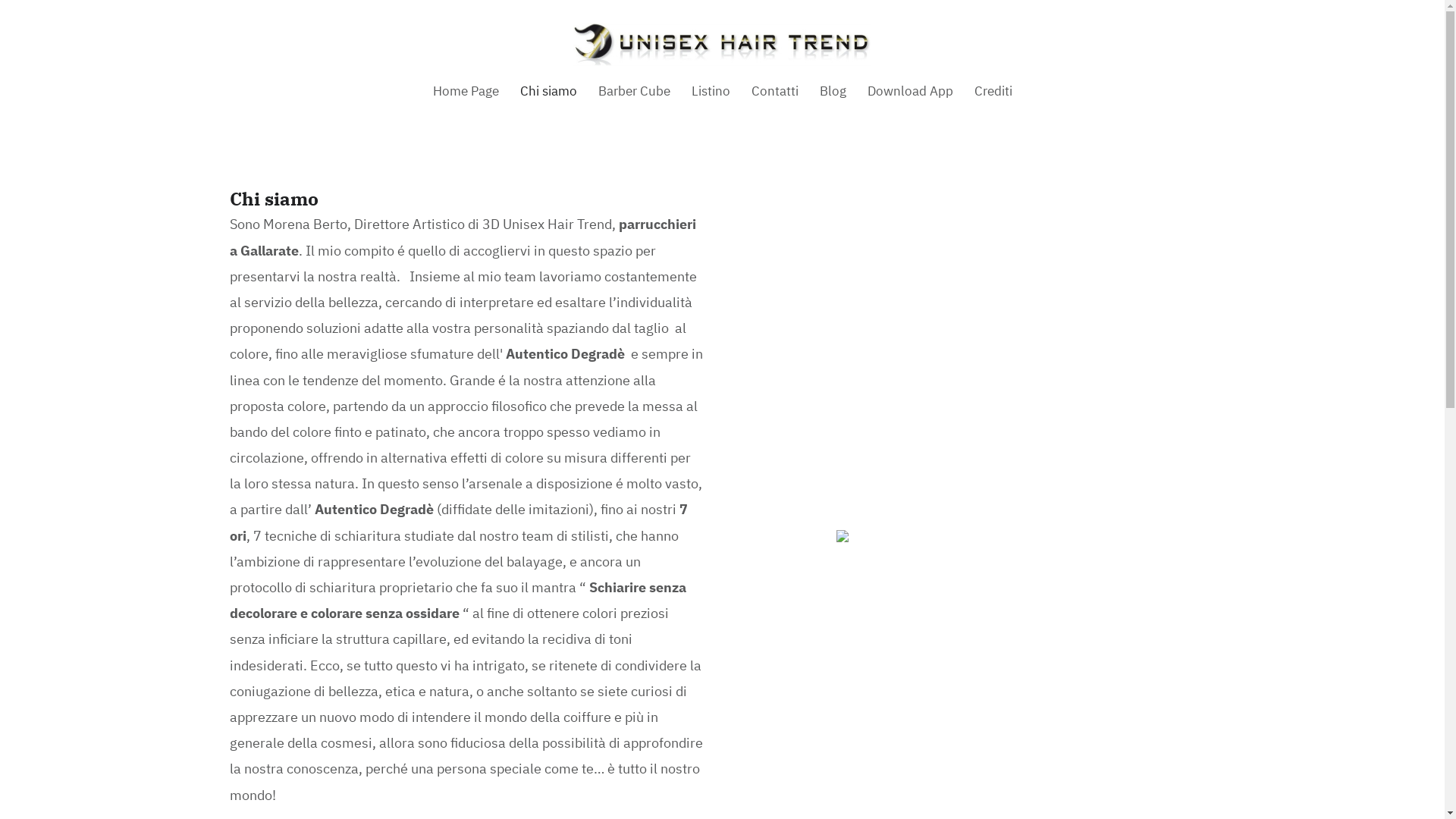 This screenshot has height=819, width=1456. I want to click on 'Barber Cube', so click(633, 91).